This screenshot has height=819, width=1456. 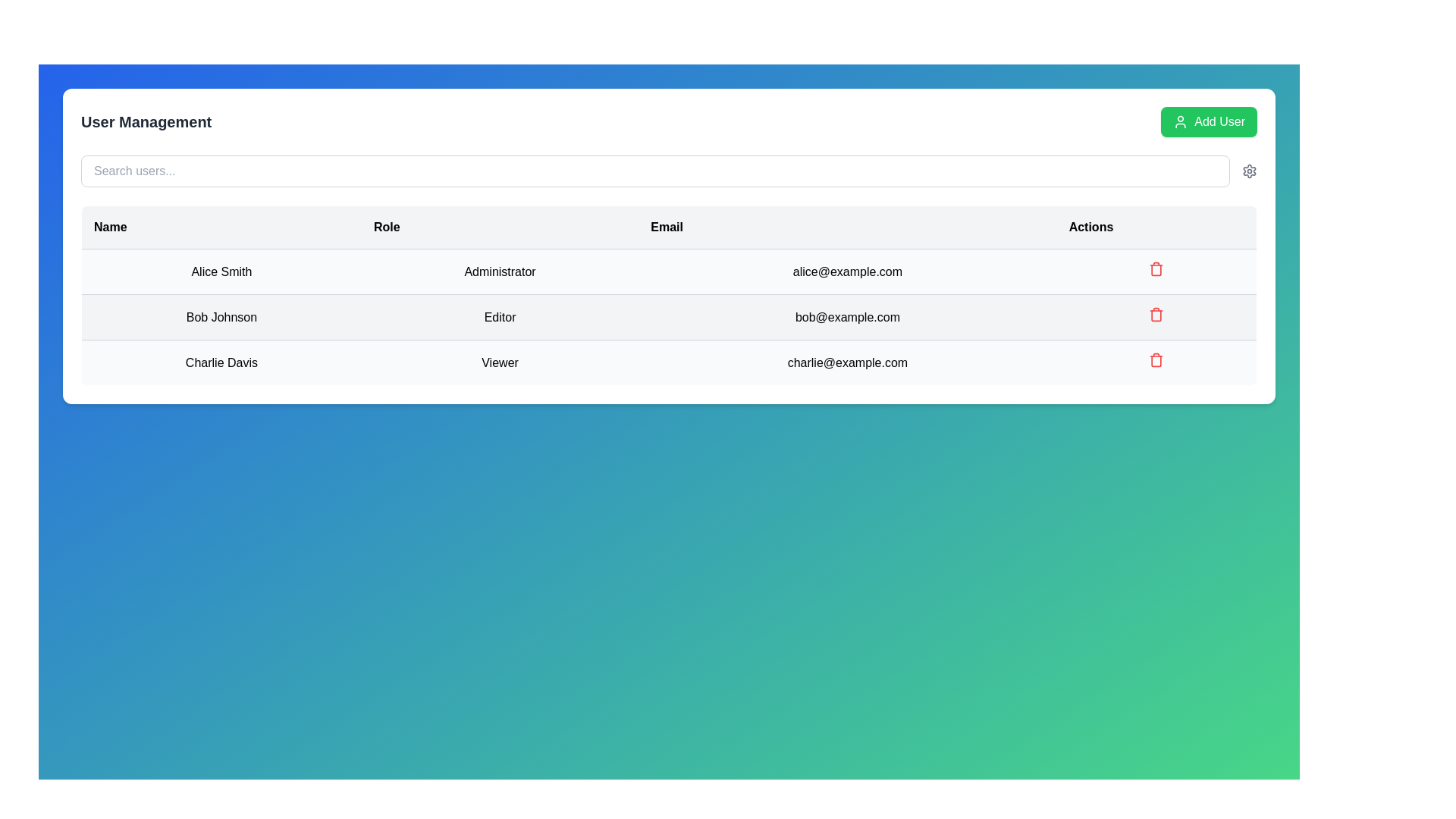 What do you see at coordinates (1156, 269) in the screenshot?
I see `the trash icon representing the delete action for 'Bob Johnson' in the user management table` at bounding box center [1156, 269].